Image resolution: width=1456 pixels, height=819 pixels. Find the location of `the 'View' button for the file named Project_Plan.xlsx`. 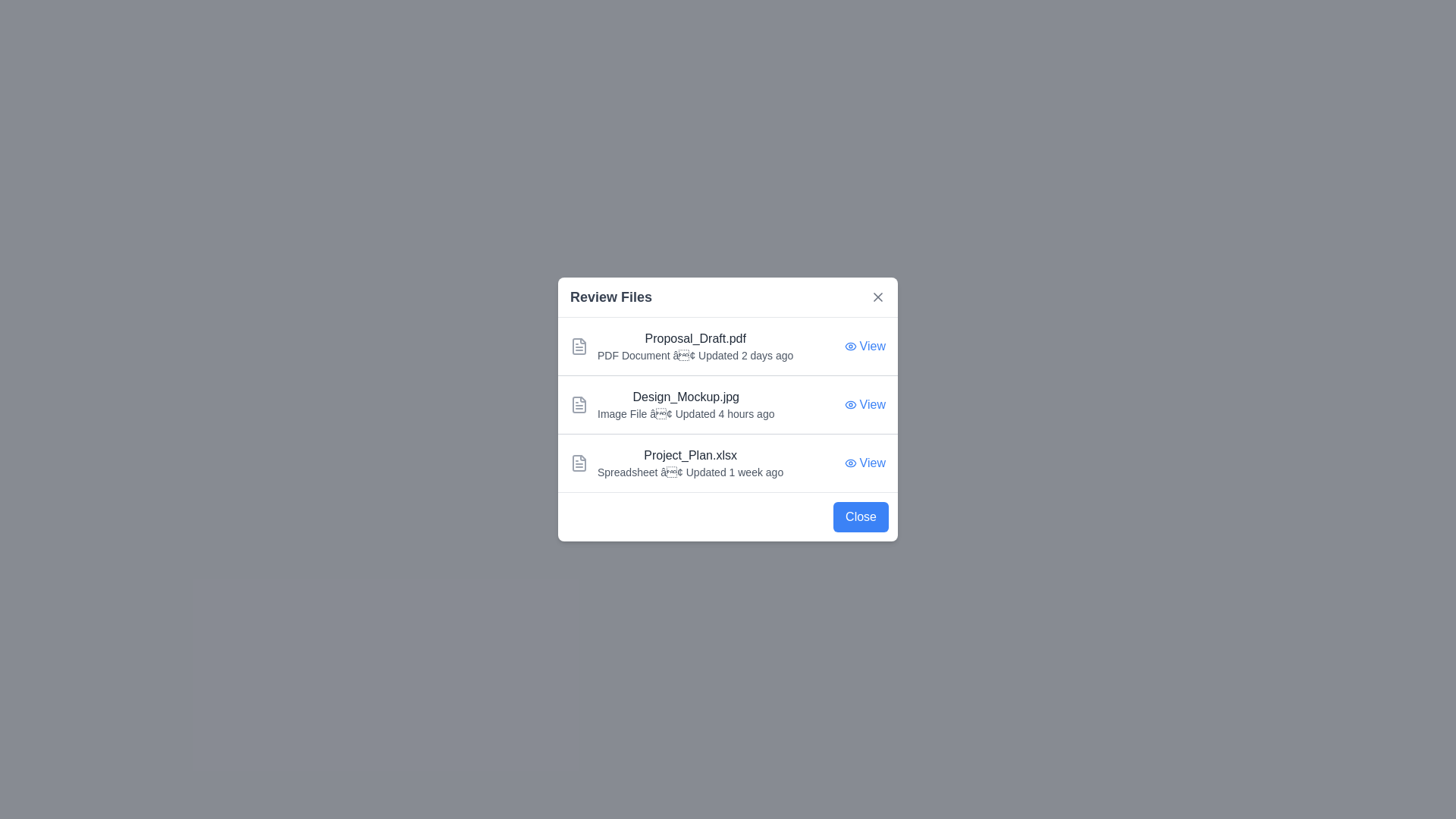

the 'View' button for the file named Project_Plan.xlsx is located at coordinates (864, 462).